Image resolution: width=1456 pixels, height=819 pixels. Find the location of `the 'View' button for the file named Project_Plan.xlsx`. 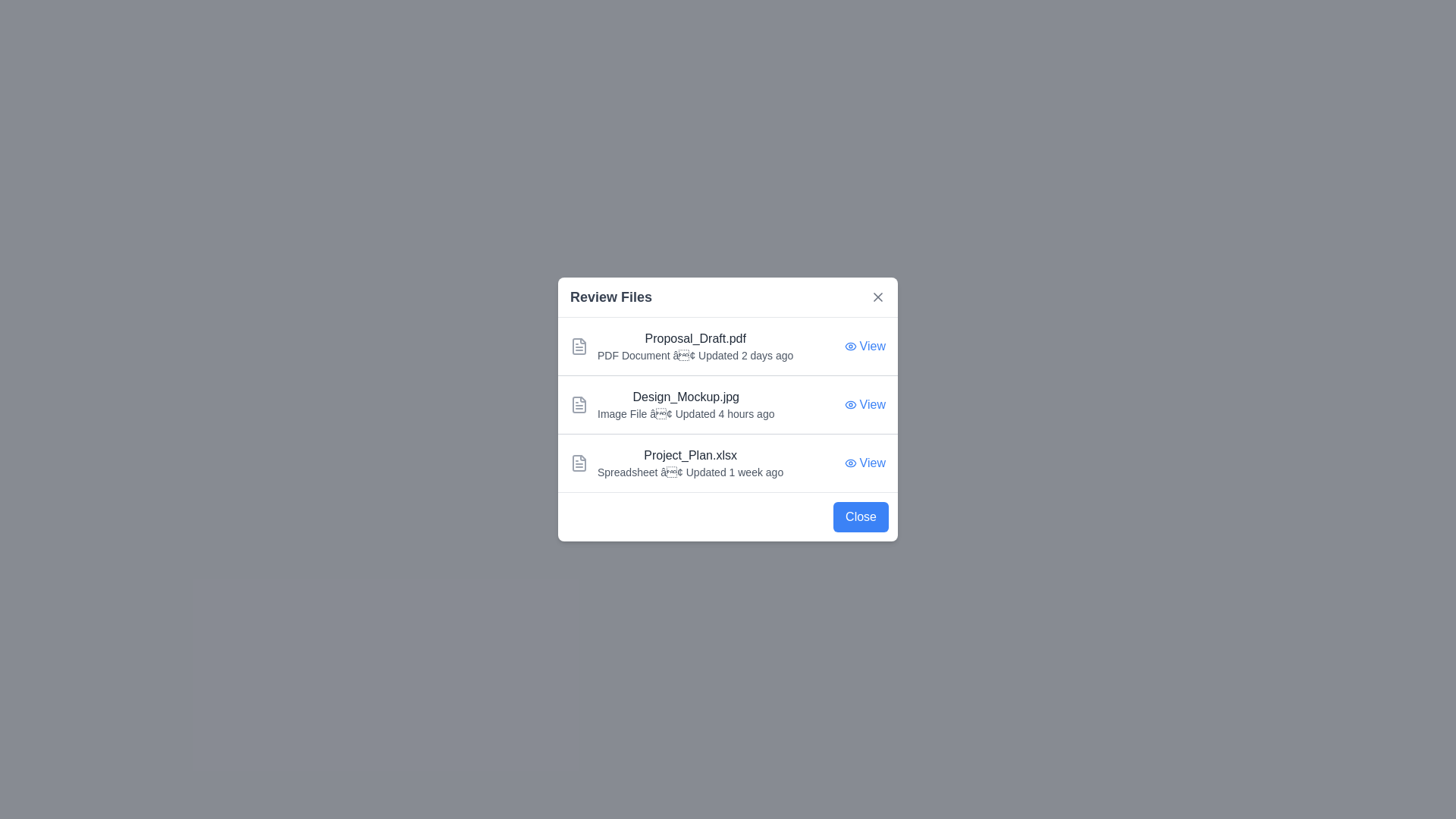

the 'View' button for the file named Project_Plan.xlsx is located at coordinates (864, 462).